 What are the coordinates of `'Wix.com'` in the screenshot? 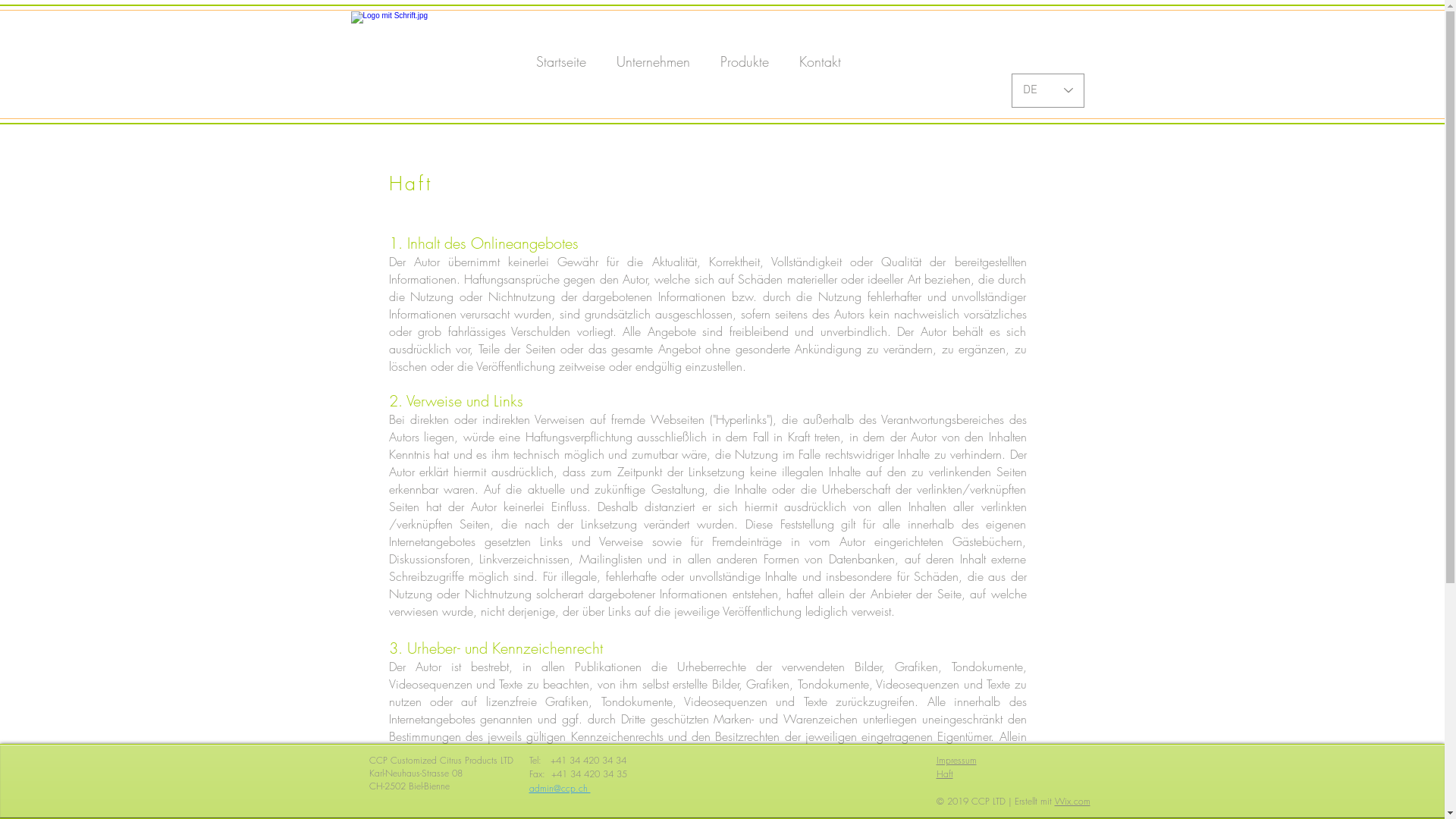 It's located at (1071, 800).